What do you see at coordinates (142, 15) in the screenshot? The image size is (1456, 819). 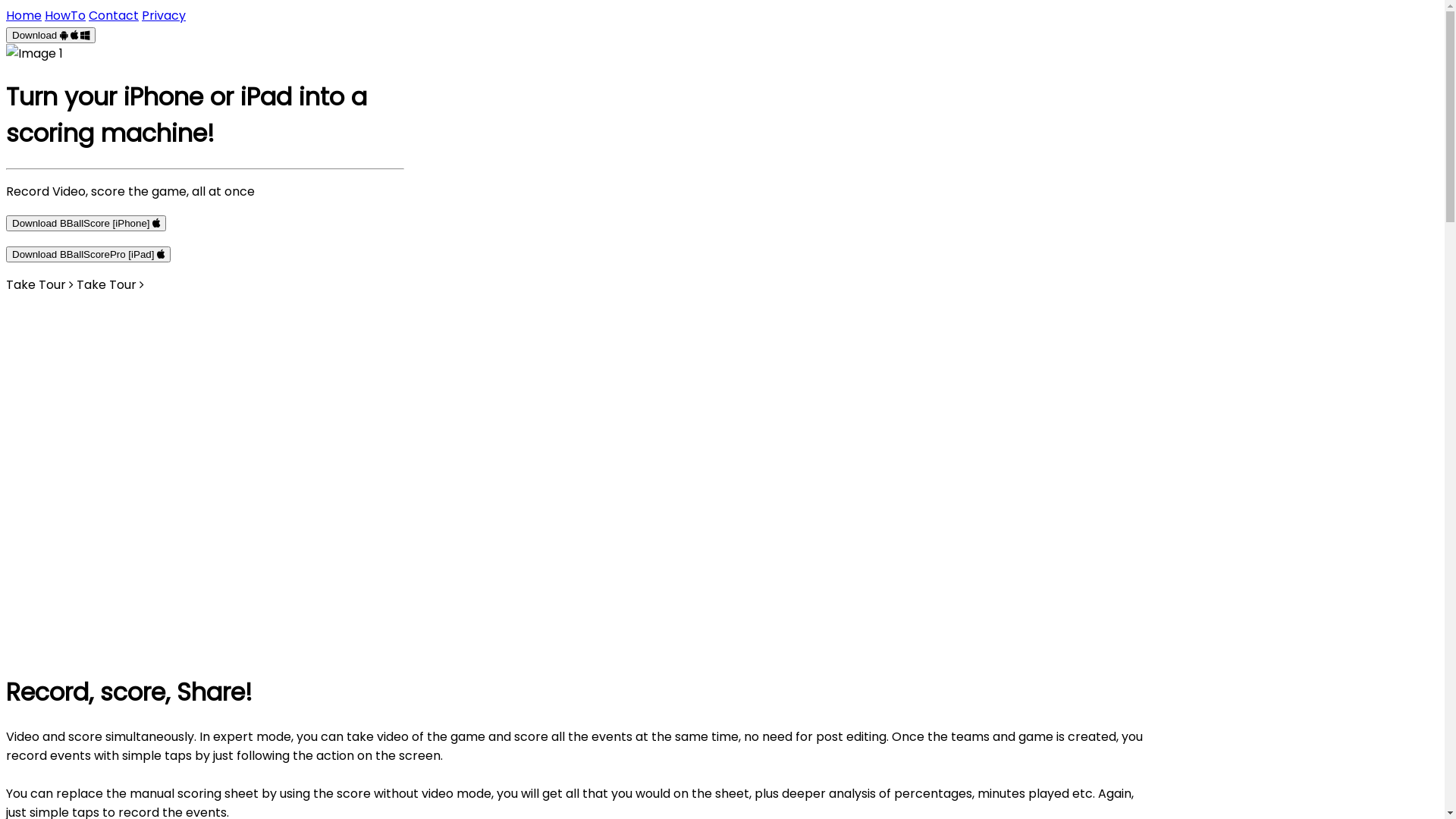 I see `'Privacy'` at bounding box center [142, 15].